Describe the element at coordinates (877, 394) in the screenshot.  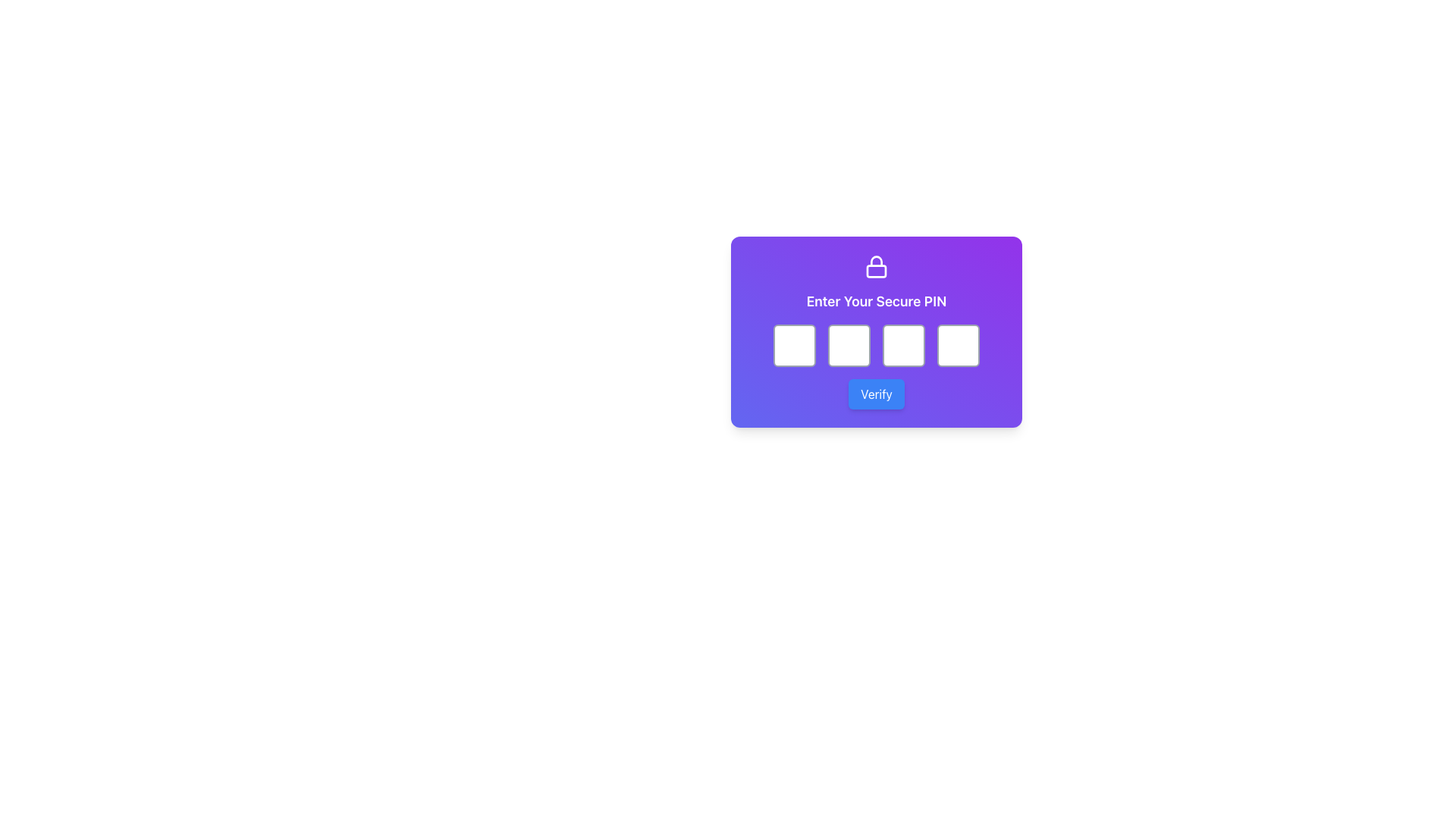
I see `the 'Verify' button, which has a blue background and white text, to initiate verification` at that location.